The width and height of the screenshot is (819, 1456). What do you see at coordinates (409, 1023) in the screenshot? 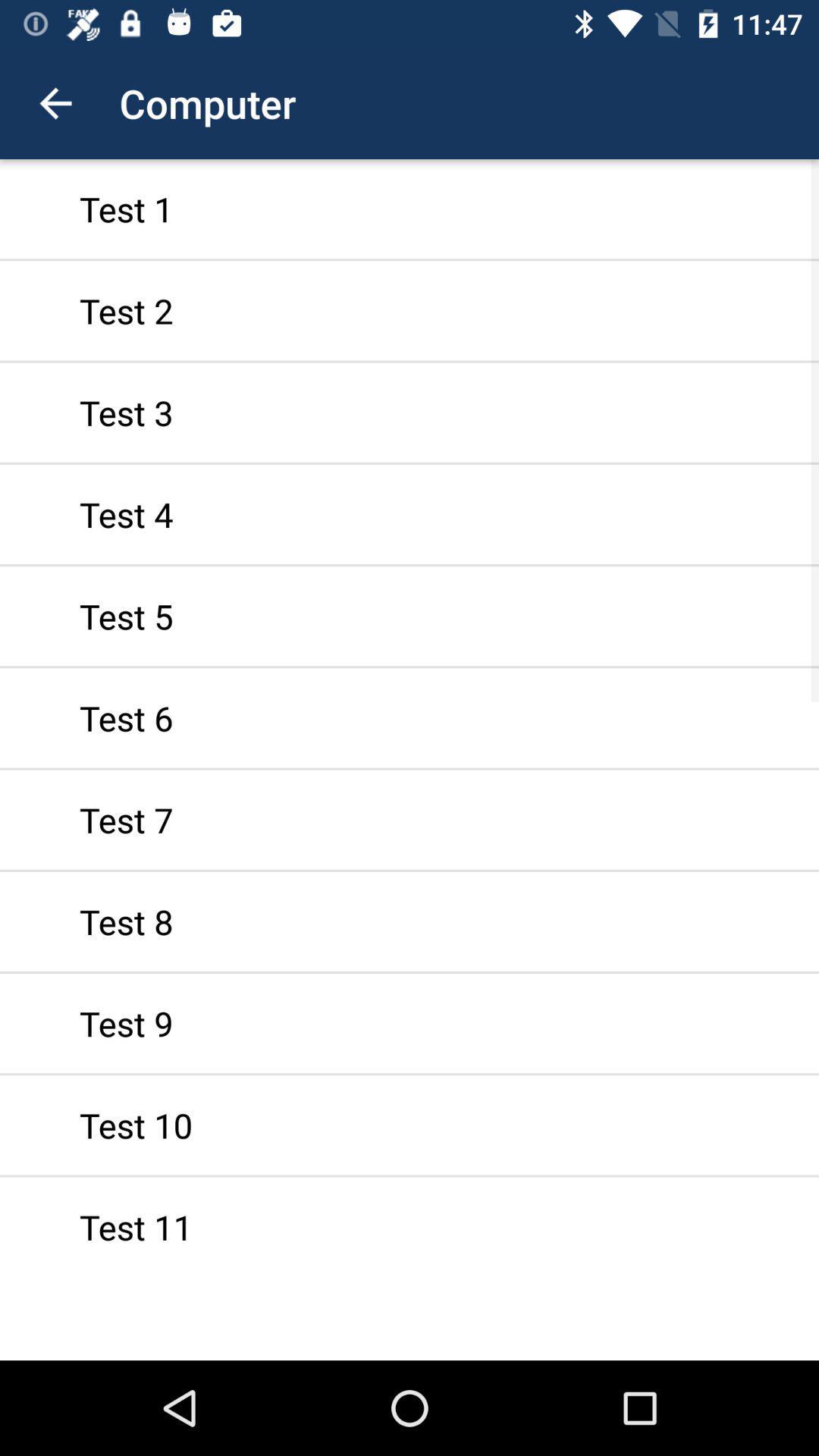
I see `the test 9 icon` at bounding box center [409, 1023].